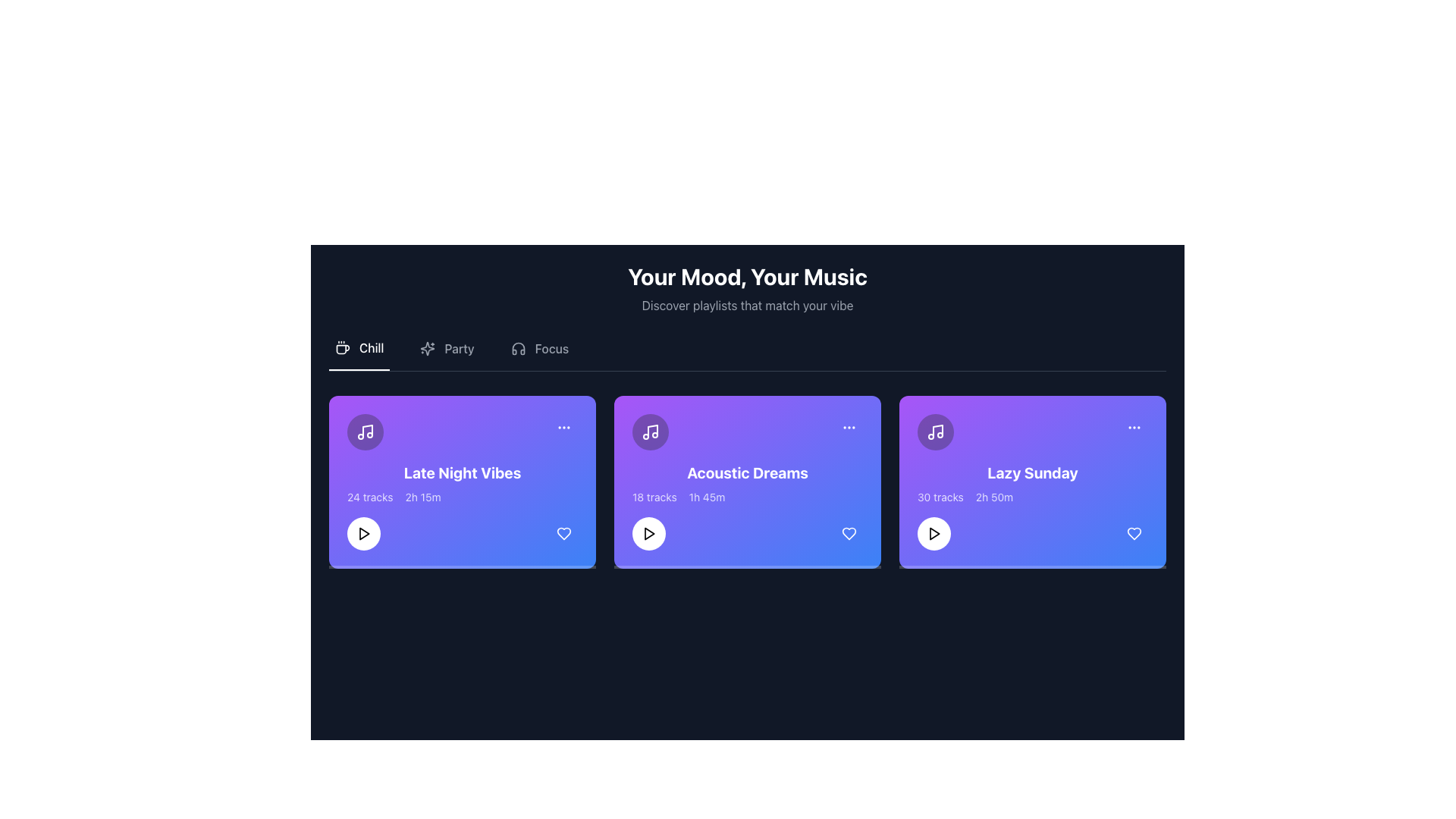 Image resolution: width=1456 pixels, height=819 pixels. Describe the element at coordinates (649, 533) in the screenshot. I see `the play button for the 'Acoustic Dreams' playlist, which is centrally positioned within the second card of a three-card row` at that location.